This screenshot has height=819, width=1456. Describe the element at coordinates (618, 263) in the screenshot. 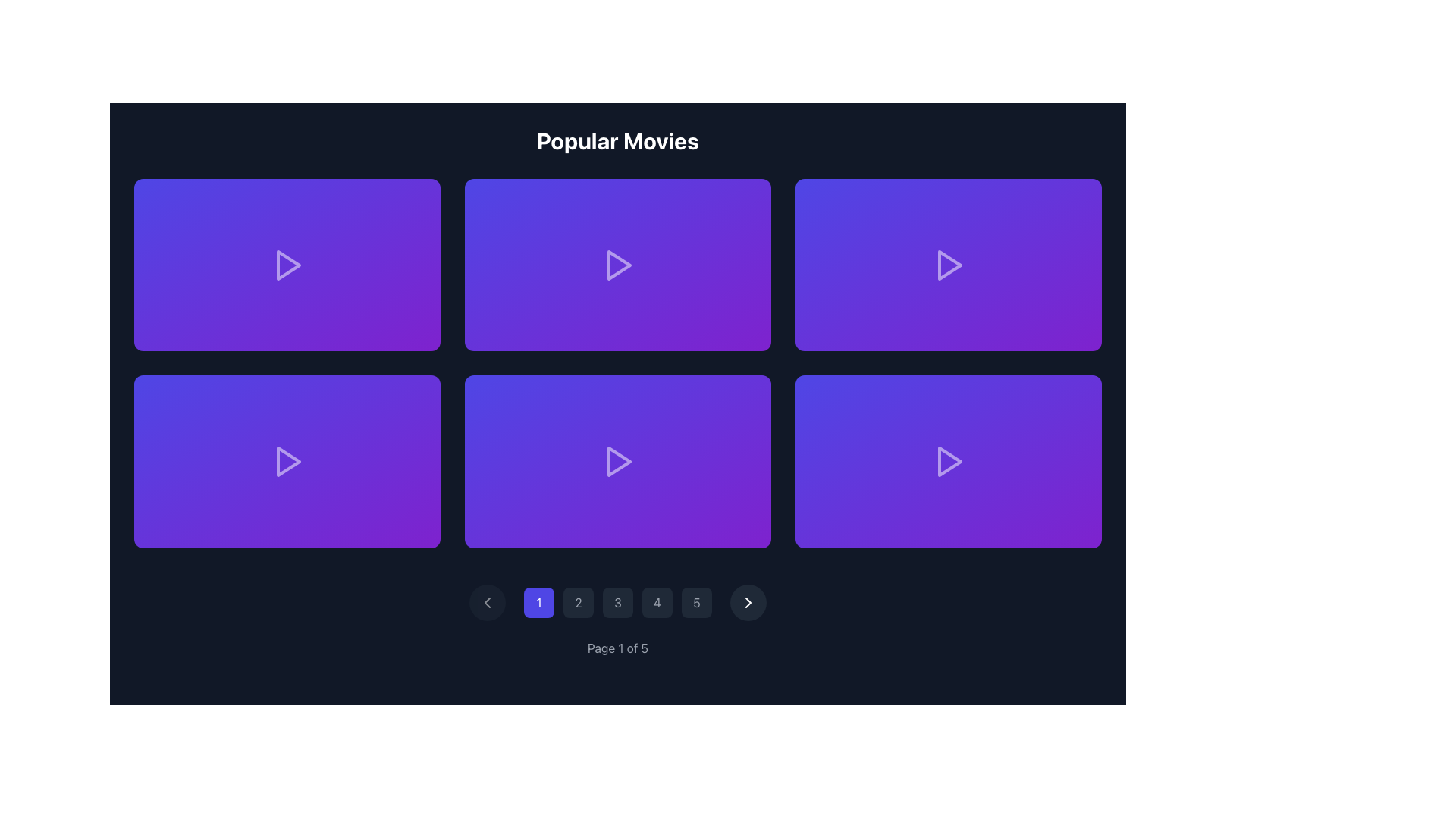

I see `the play icon located in the center of the first row, specifically the second card under the 'Popular Movies' title` at that location.